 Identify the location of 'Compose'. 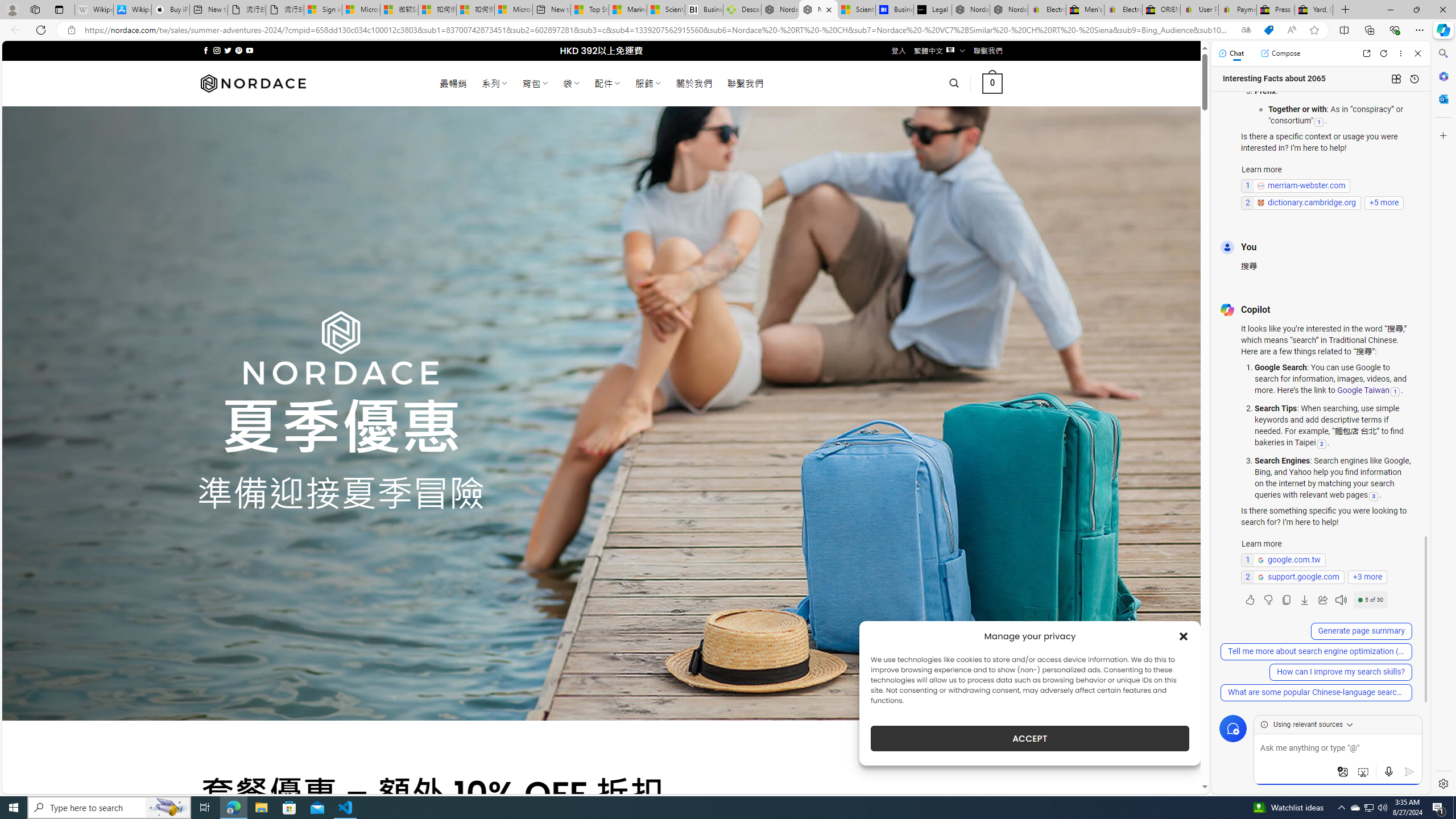
(1280, 52).